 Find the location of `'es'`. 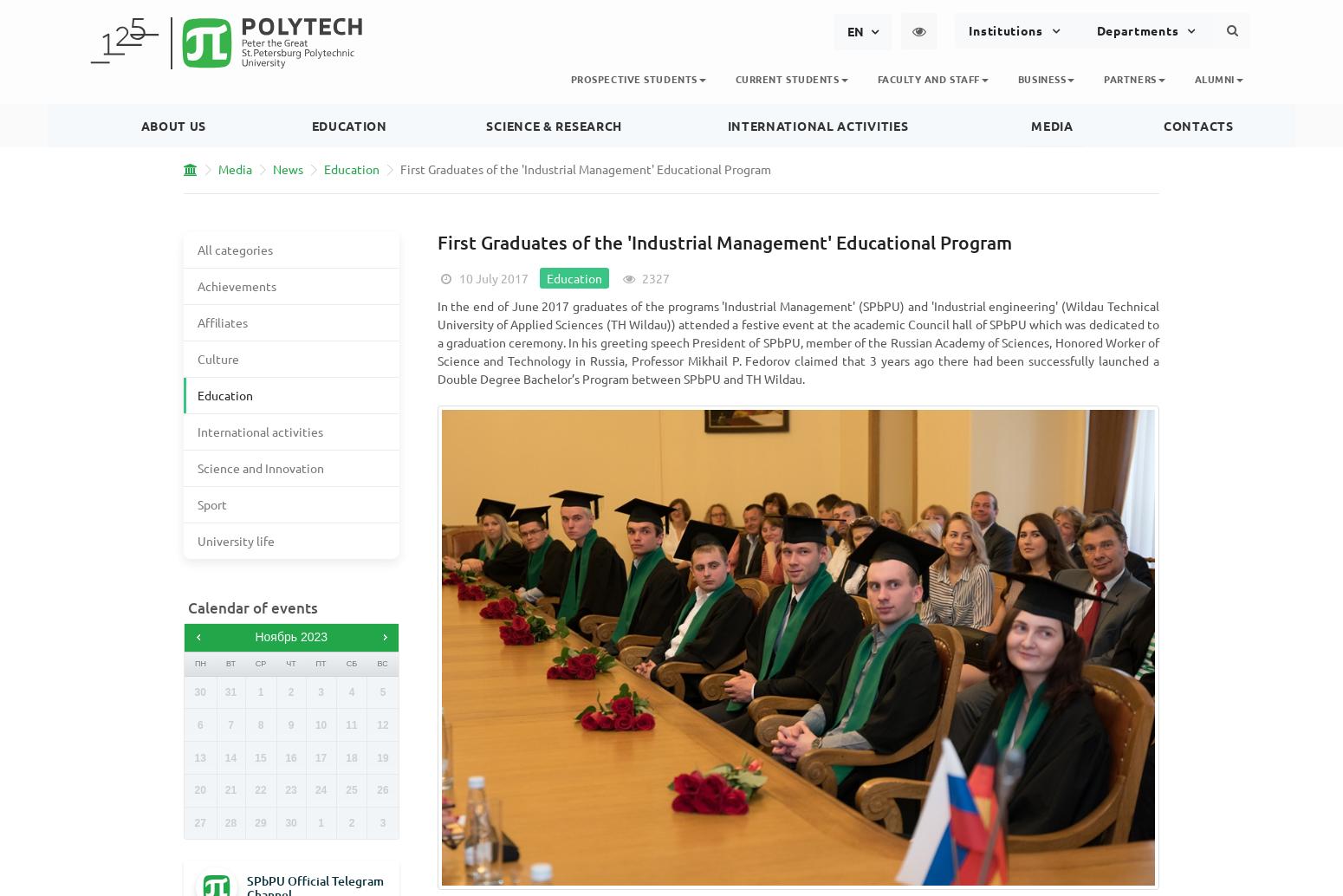

'es' is located at coordinates (853, 151).